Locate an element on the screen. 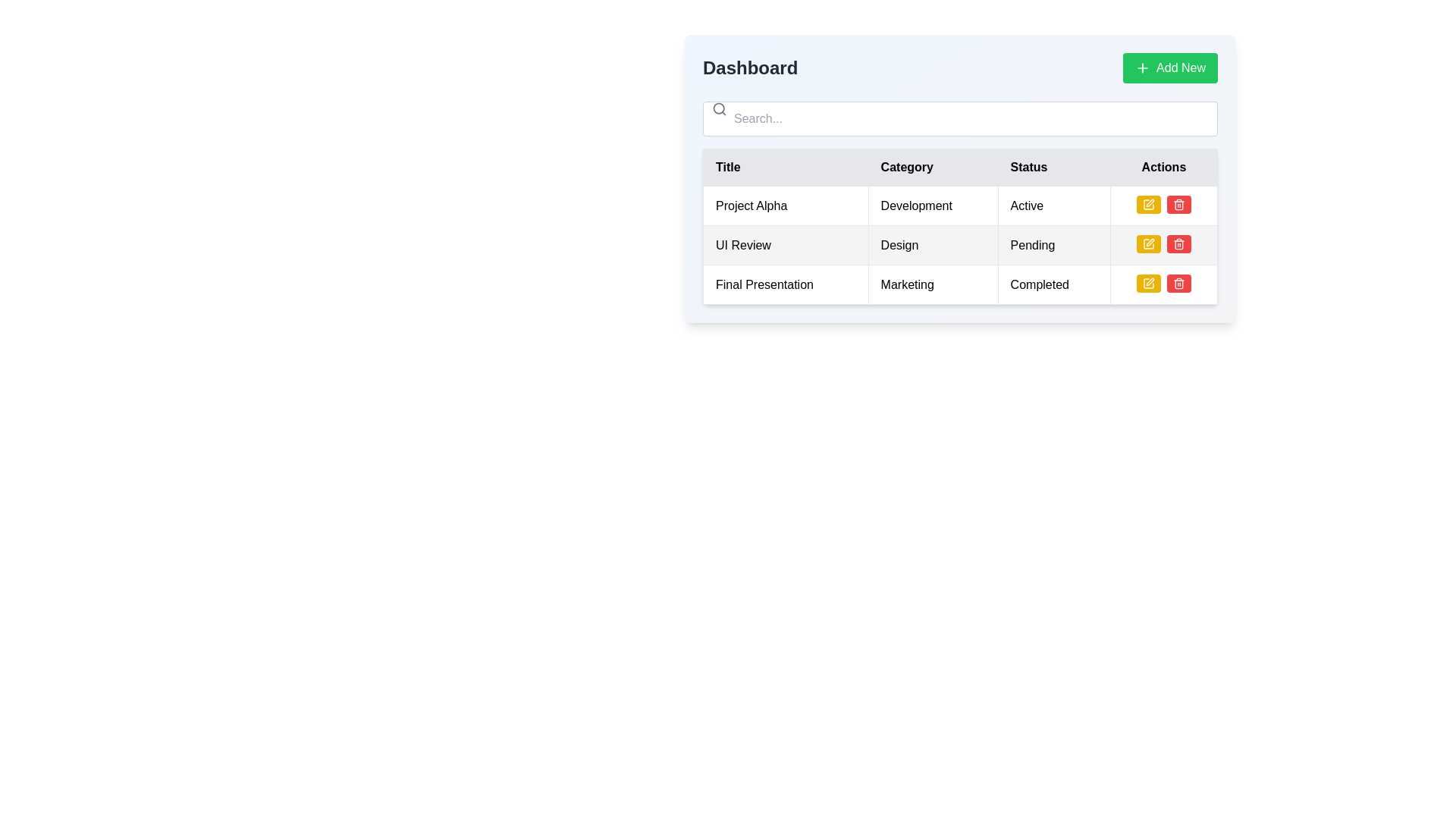 The image size is (1456, 819). the yellow pen icon located in the 'Actions' column of the 'UI Review' row is located at coordinates (1148, 243).